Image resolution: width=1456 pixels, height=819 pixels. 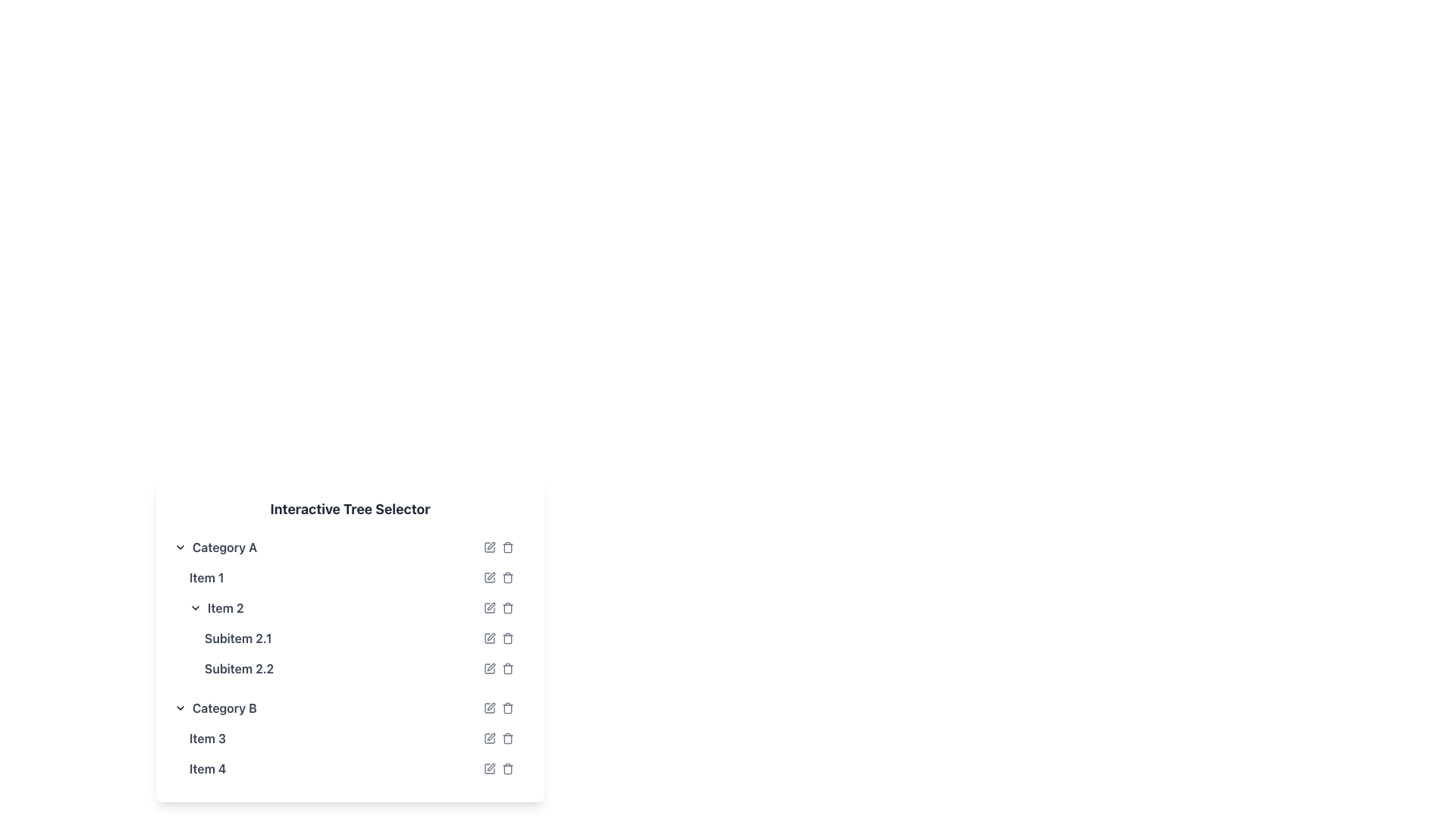 I want to click on the edit icon button located next to 'Item 3' in the 'Category B' section of the interactive tree selector, so click(x=491, y=736).